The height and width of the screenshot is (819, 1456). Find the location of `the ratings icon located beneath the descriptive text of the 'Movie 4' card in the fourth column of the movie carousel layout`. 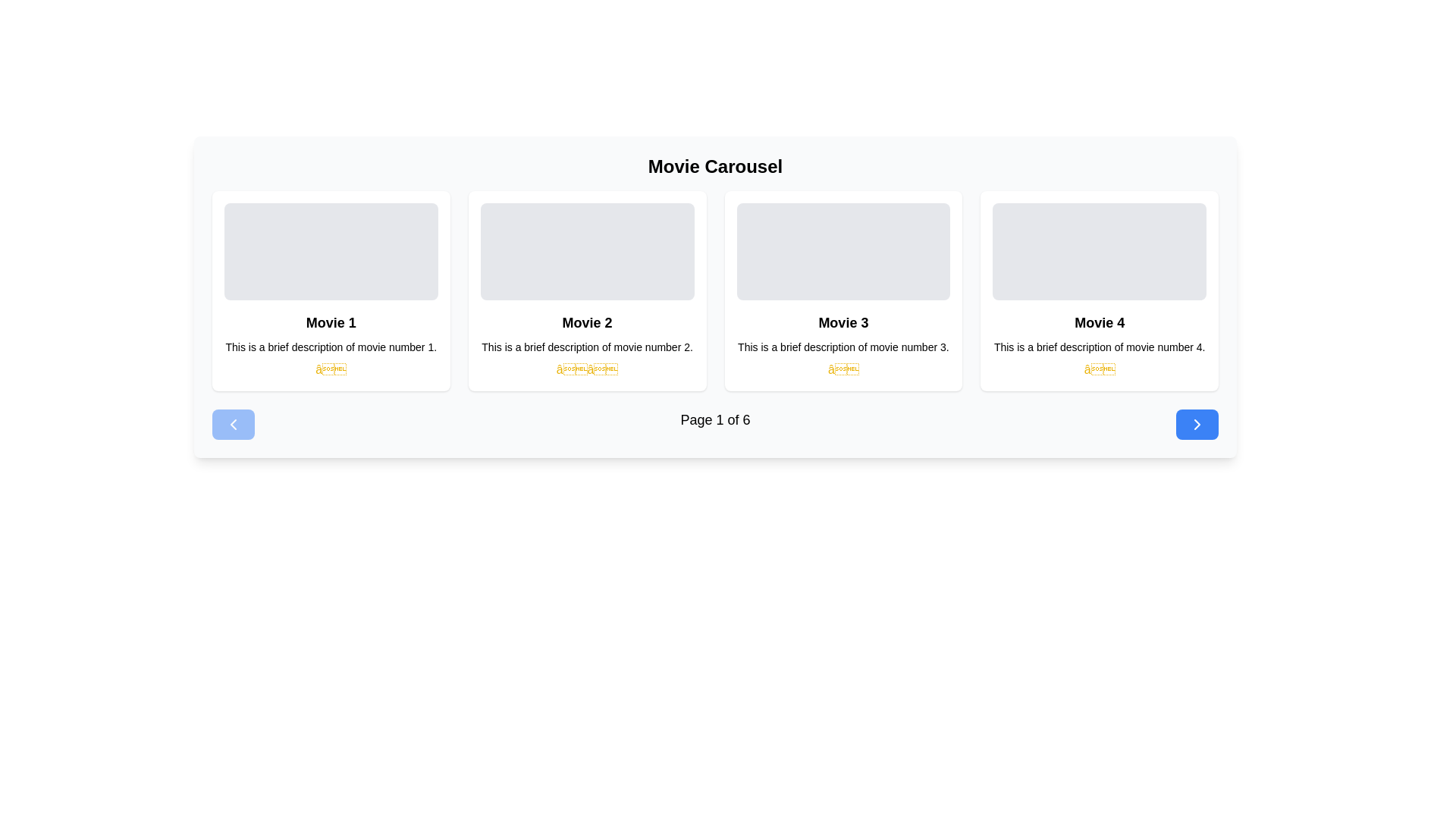

the ratings icon located beneath the descriptive text of the 'Movie 4' card in the fourth column of the movie carousel layout is located at coordinates (1100, 370).